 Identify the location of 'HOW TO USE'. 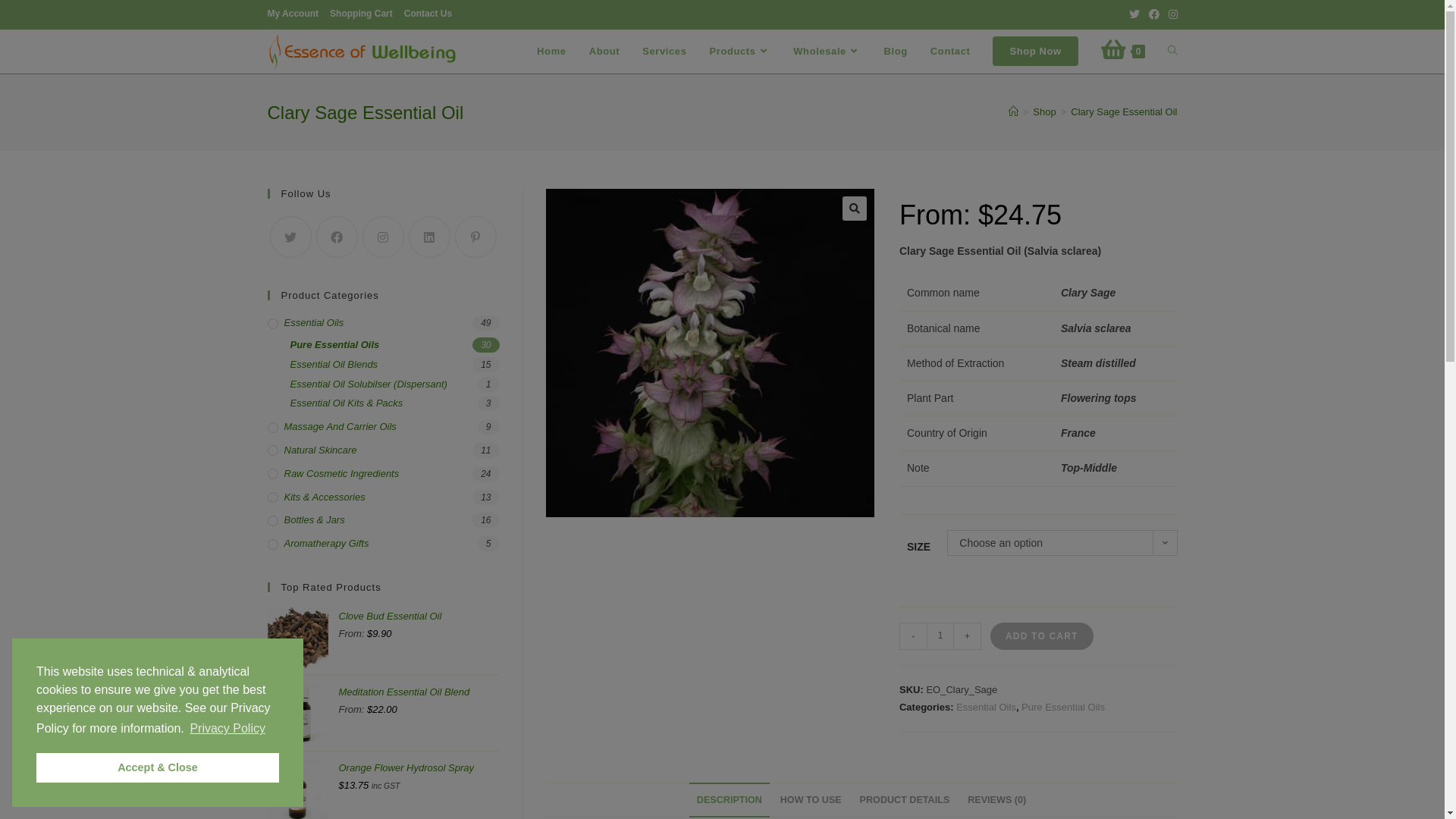
(810, 799).